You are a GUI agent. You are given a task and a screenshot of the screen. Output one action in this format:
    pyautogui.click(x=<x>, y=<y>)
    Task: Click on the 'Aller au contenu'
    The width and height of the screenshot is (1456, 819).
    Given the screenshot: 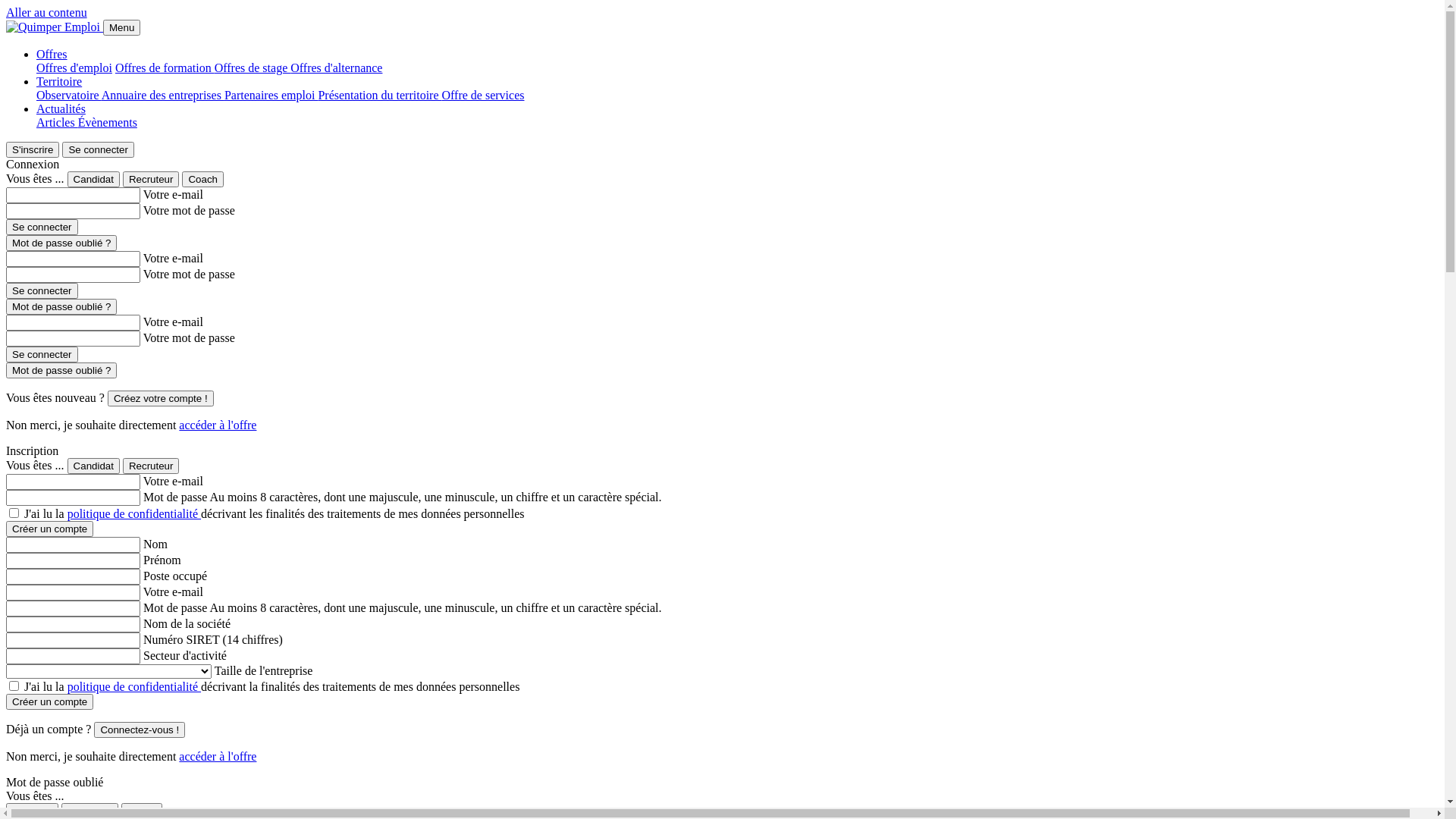 What is the action you would take?
    pyautogui.click(x=46, y=12)
    